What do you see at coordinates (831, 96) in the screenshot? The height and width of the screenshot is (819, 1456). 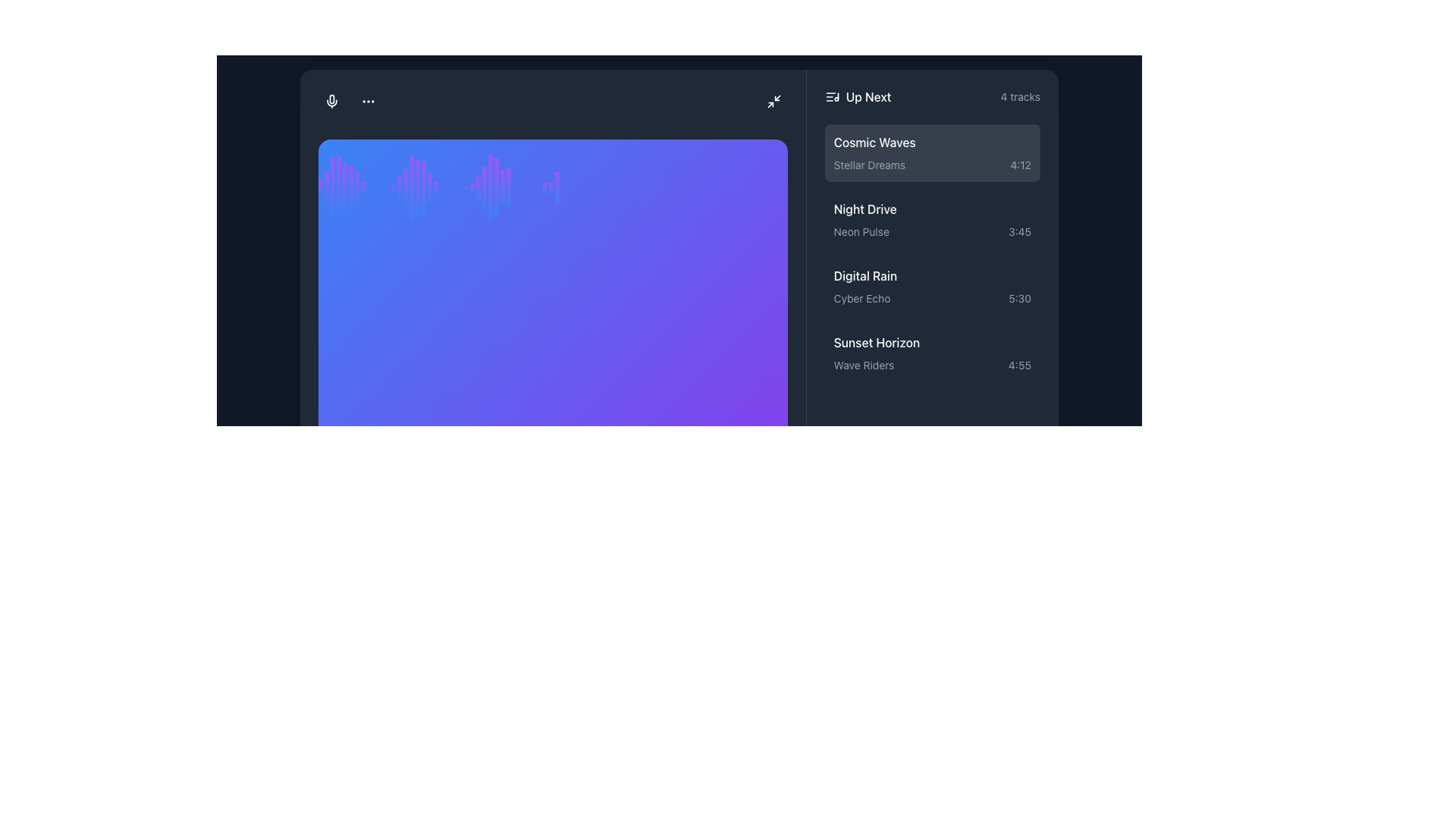 I see `the playlist or queue icon located to the left of the 'Up Next' text in the top-left corner of the 'Up Next' section` at bounding box center [831, 96].